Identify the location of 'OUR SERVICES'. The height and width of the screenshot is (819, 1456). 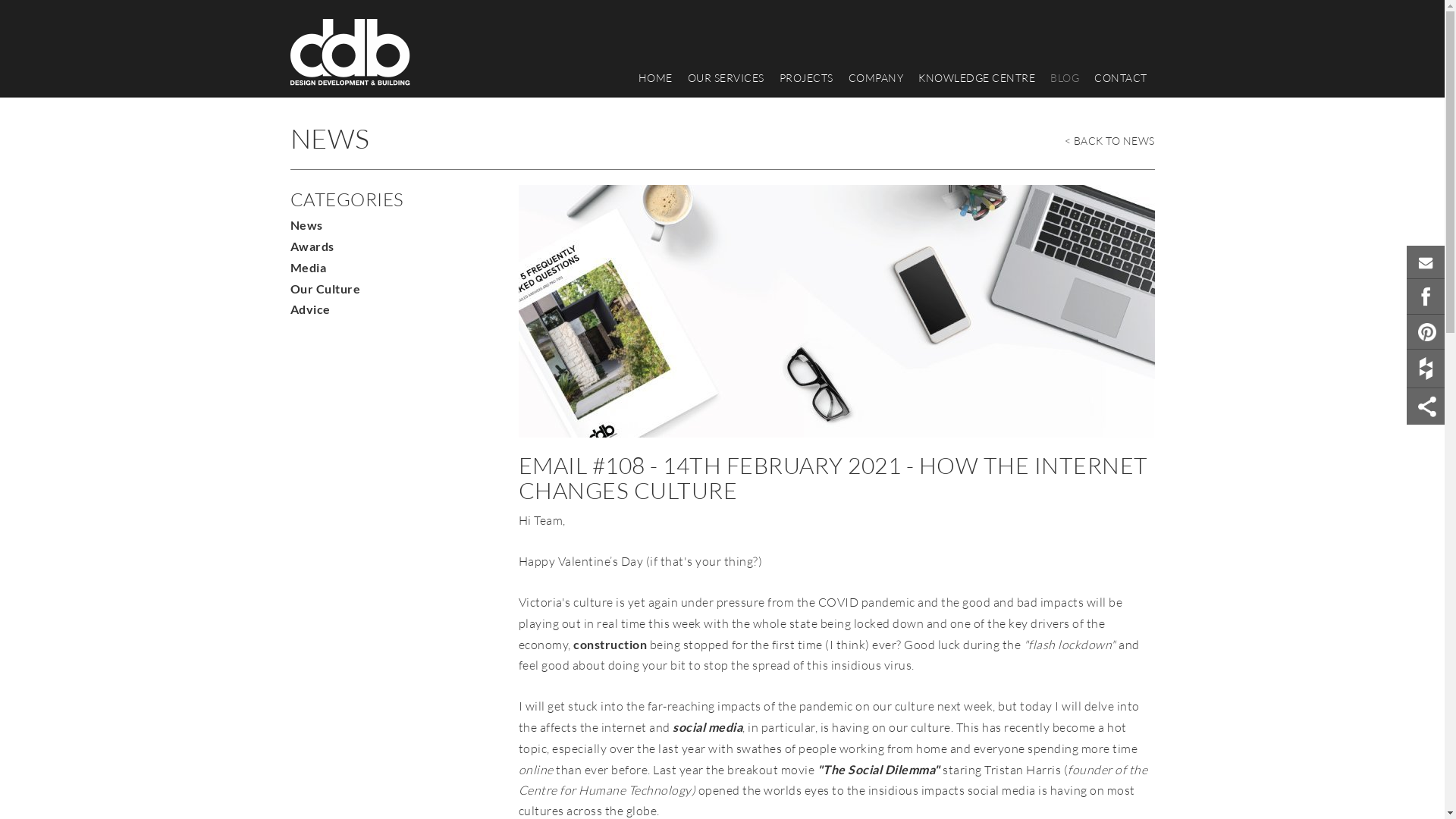
(724, 78).